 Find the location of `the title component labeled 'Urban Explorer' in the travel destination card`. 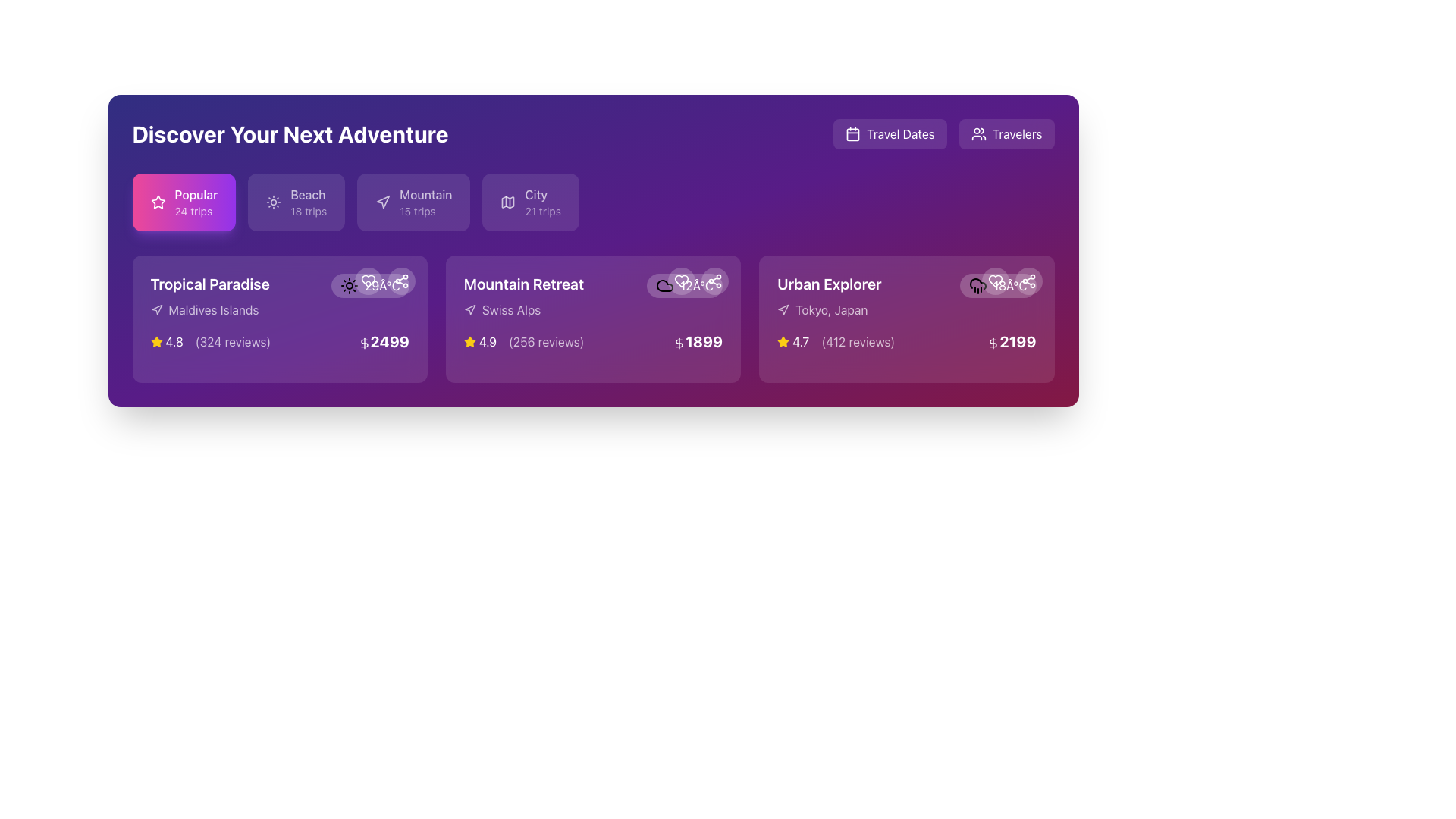

the title component labeled 'Urban Explorer' in the travel destination card is located at coordinates (906, 296).